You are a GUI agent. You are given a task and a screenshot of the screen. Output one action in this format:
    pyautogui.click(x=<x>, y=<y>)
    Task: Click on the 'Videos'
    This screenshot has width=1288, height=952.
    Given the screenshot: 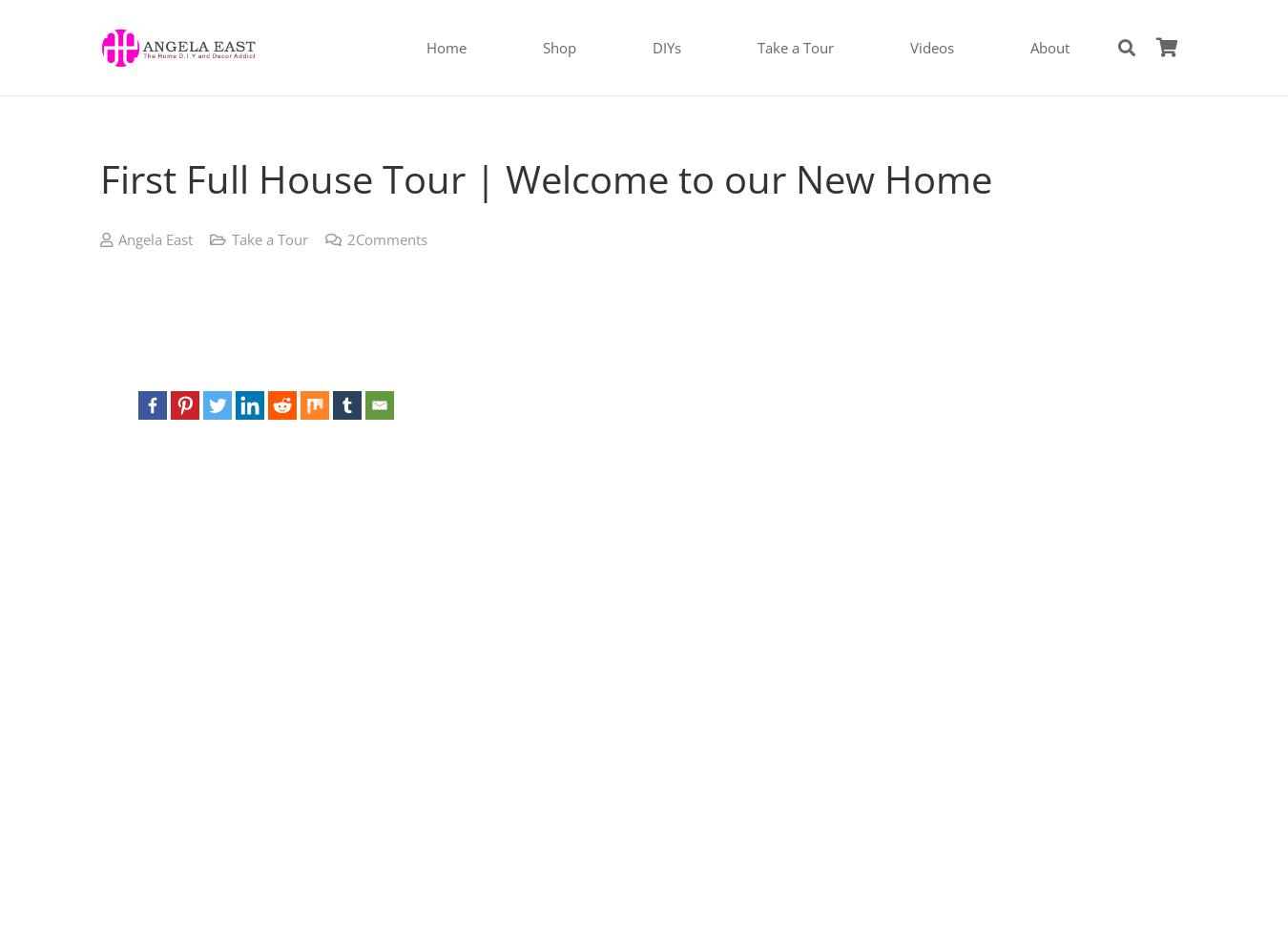 What is the action you would take?
    pyautogui.click(x=909, y=47)
    